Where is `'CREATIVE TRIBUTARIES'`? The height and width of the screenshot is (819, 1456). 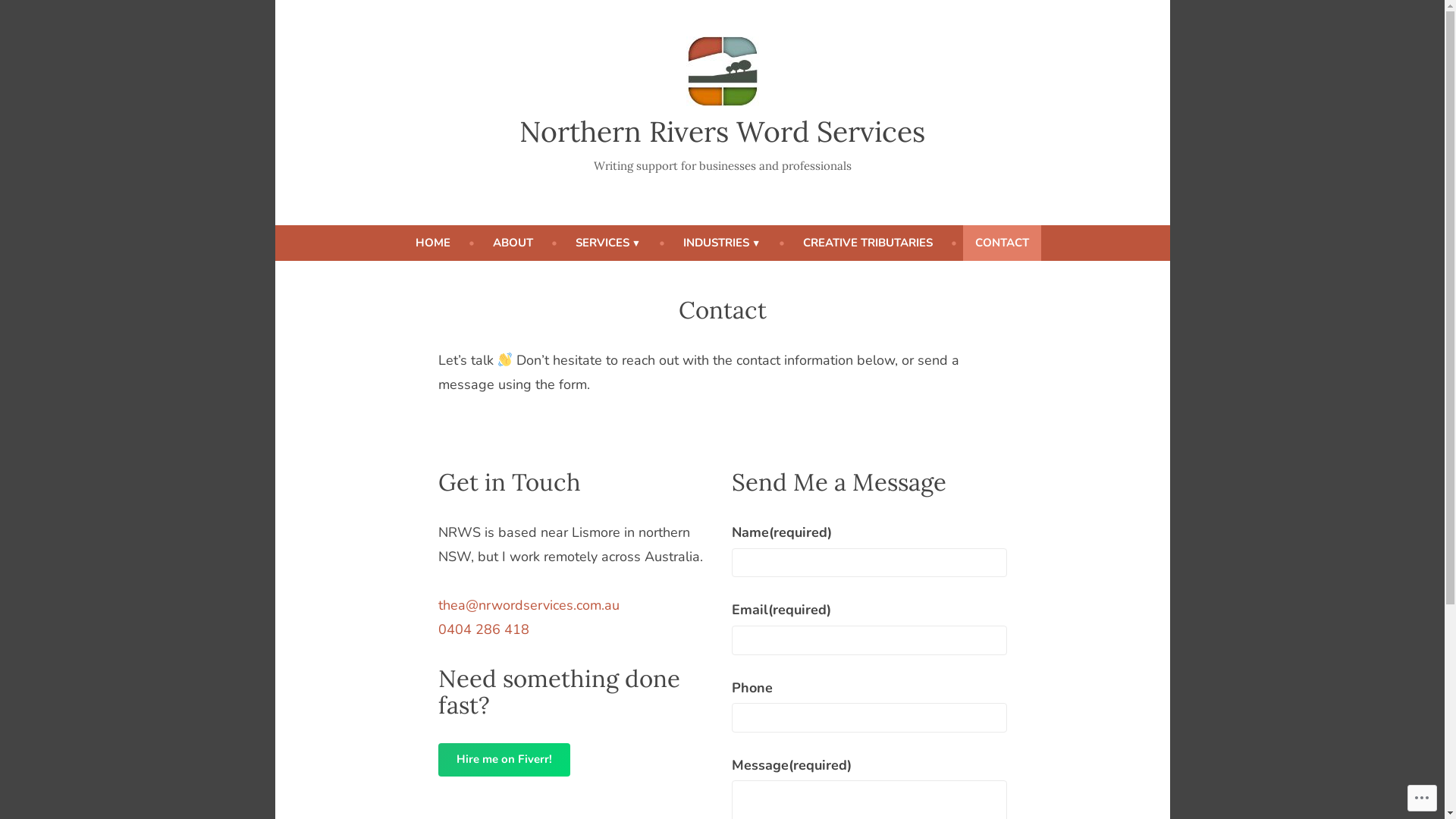
'CREATIVE TRIBUTARIES' is located at coordinates (868, 242).